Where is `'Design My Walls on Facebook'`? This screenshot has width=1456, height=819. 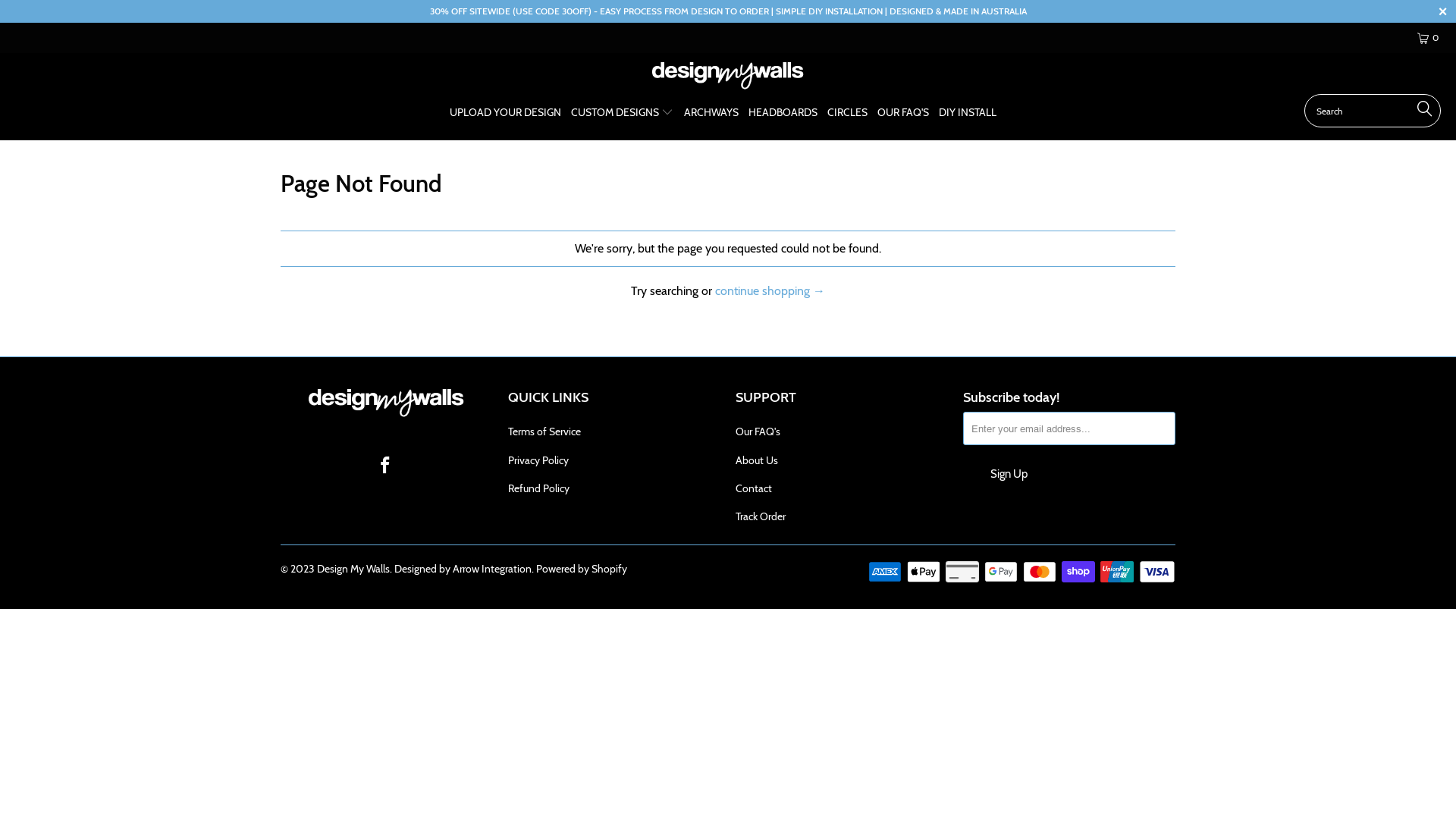
'Design My Walls on Facebook' is located at coordinates (385, 465).